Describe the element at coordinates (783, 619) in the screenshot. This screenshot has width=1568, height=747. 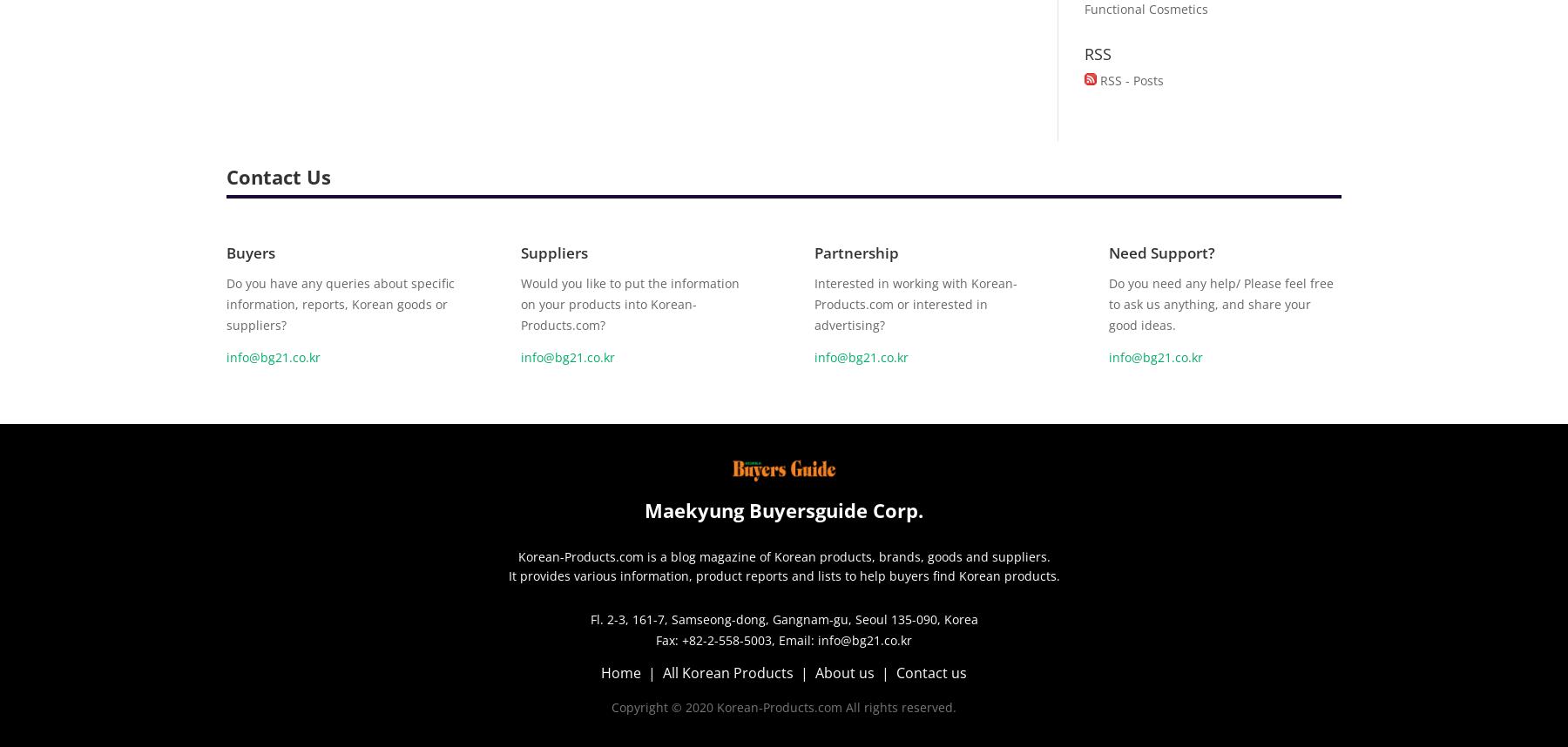
I see `'Fl. 2-3, 161-7, Samseong-dong, Gangnam-gu, Seoul 135-090, Korea'` at that location.